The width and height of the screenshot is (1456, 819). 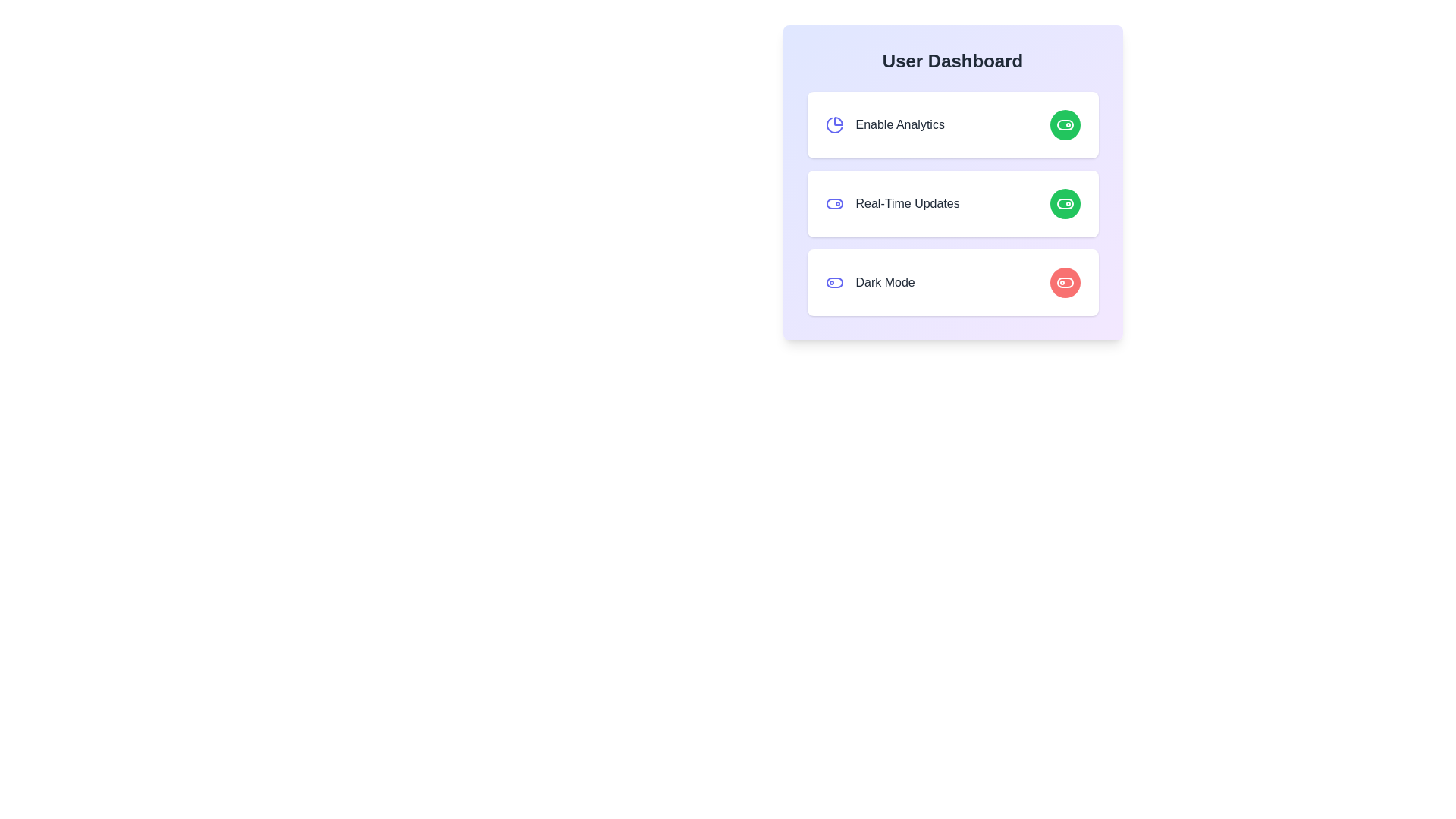 What do you see at coordinates (885, 283) in the screenshot?
I see `the 'Dark Mode' text label in the User Dashboard card, which is visually emphasized in dark gray sans-serif font, located between a blue link icon and a circular red eye button` at bounding box center [885, 283].